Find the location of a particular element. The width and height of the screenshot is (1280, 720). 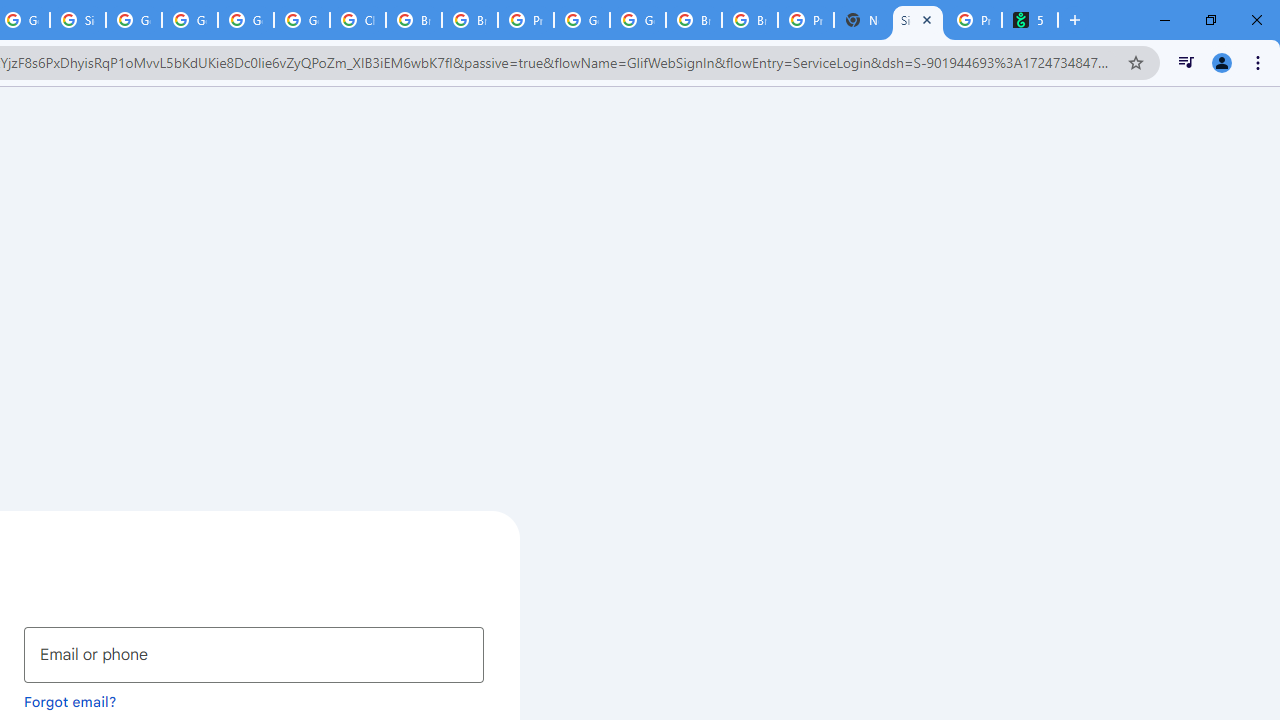

'Forgot email?' is located at coordinates (70, 700).